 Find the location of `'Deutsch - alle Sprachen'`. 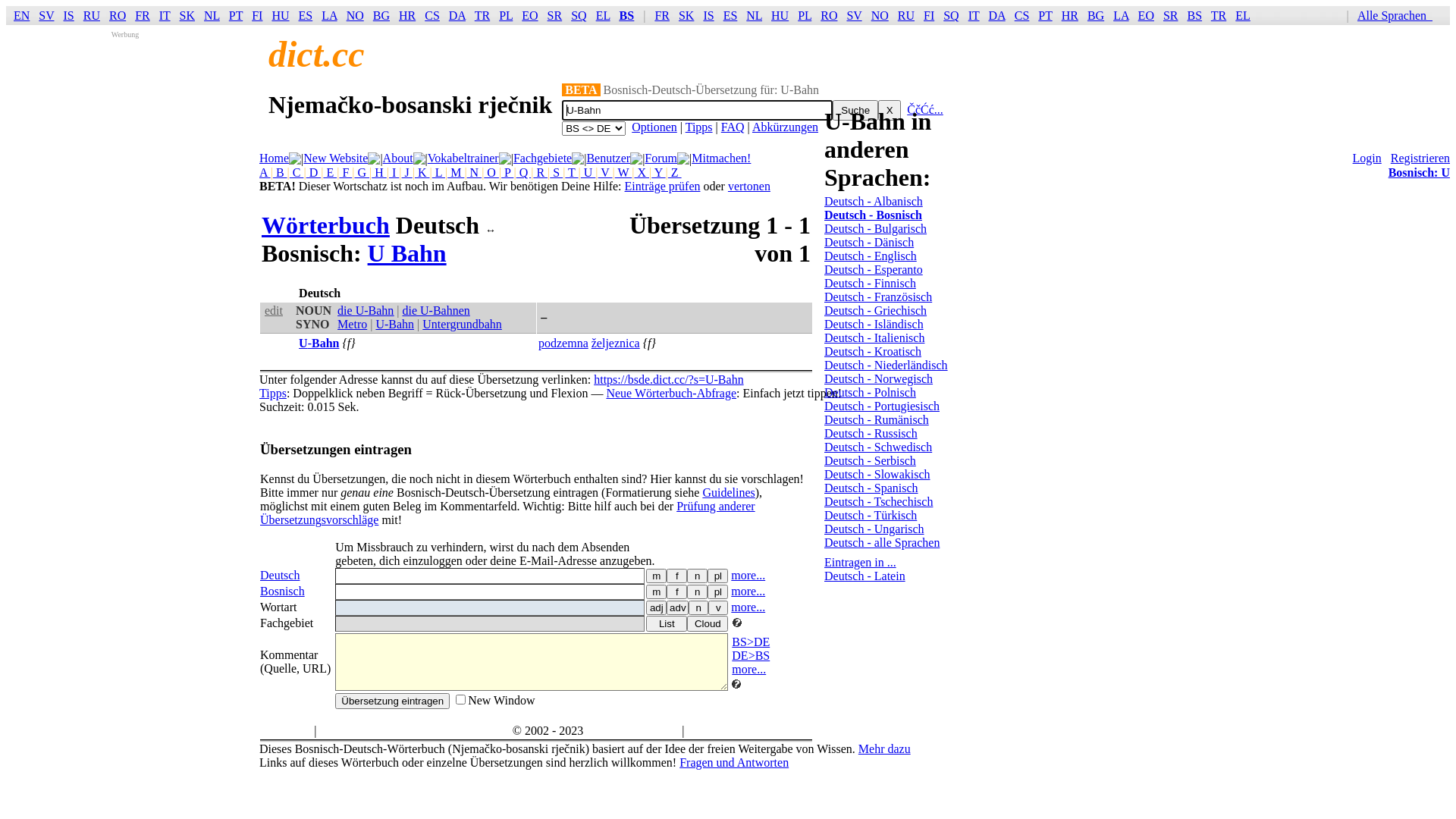

'Deutsch - alle Sprachen' is located at coordinates (823, 541).